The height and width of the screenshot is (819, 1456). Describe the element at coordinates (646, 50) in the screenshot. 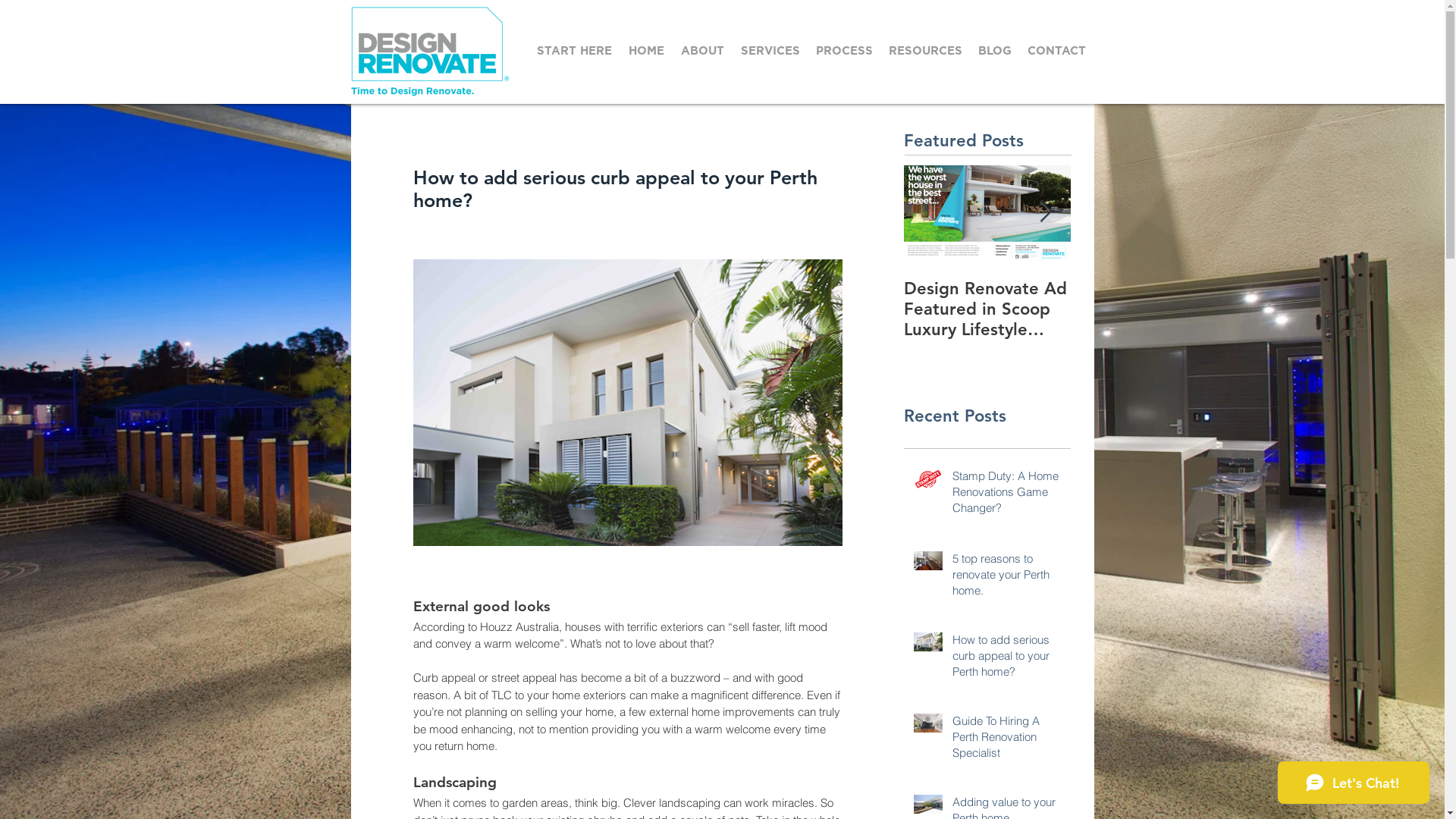

I see `'HOME'` at that location.